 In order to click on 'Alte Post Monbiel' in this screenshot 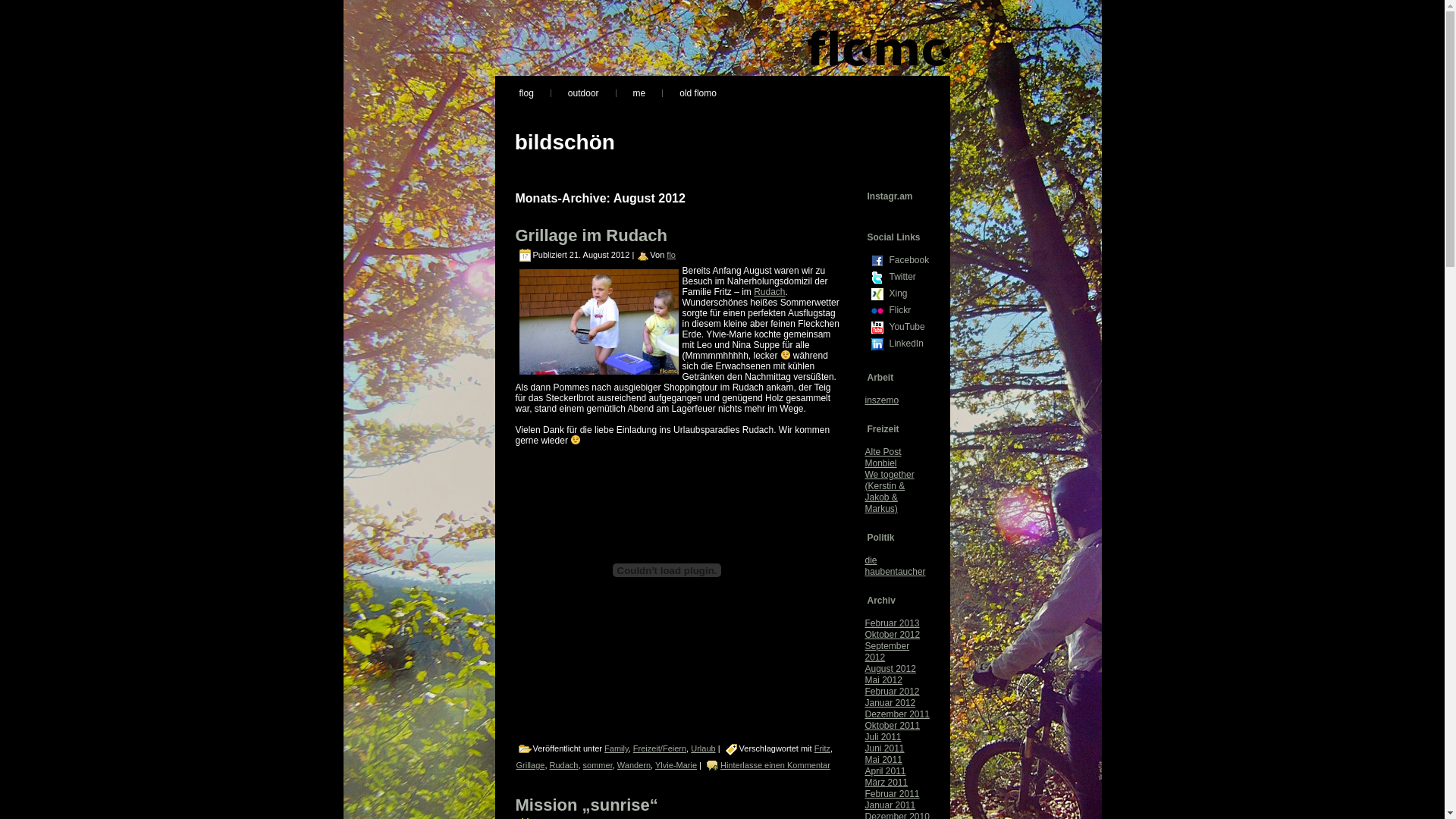, I will do `click(882, 457)`.